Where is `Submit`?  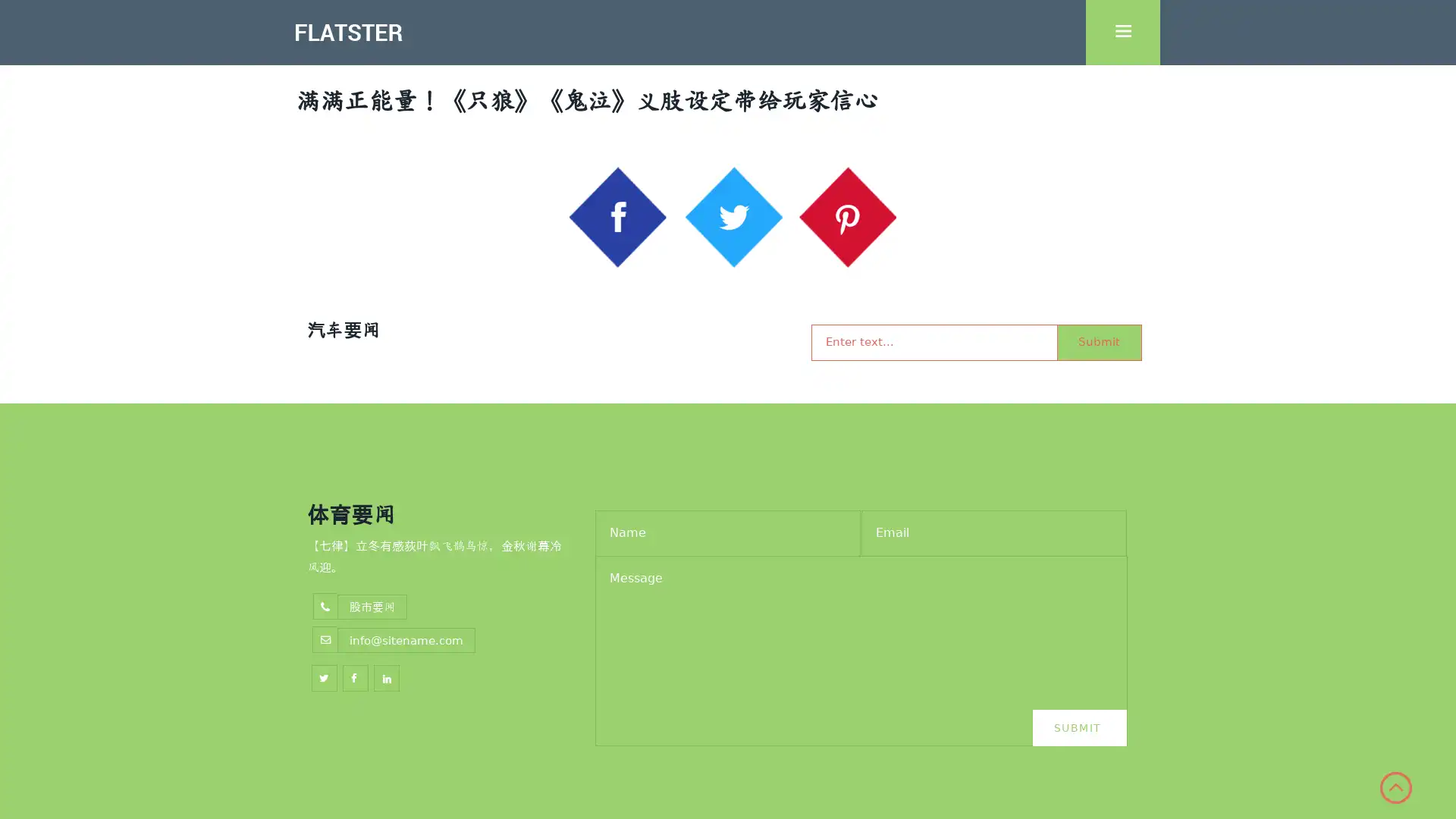
Submit is located at coordinates (1078, 726).